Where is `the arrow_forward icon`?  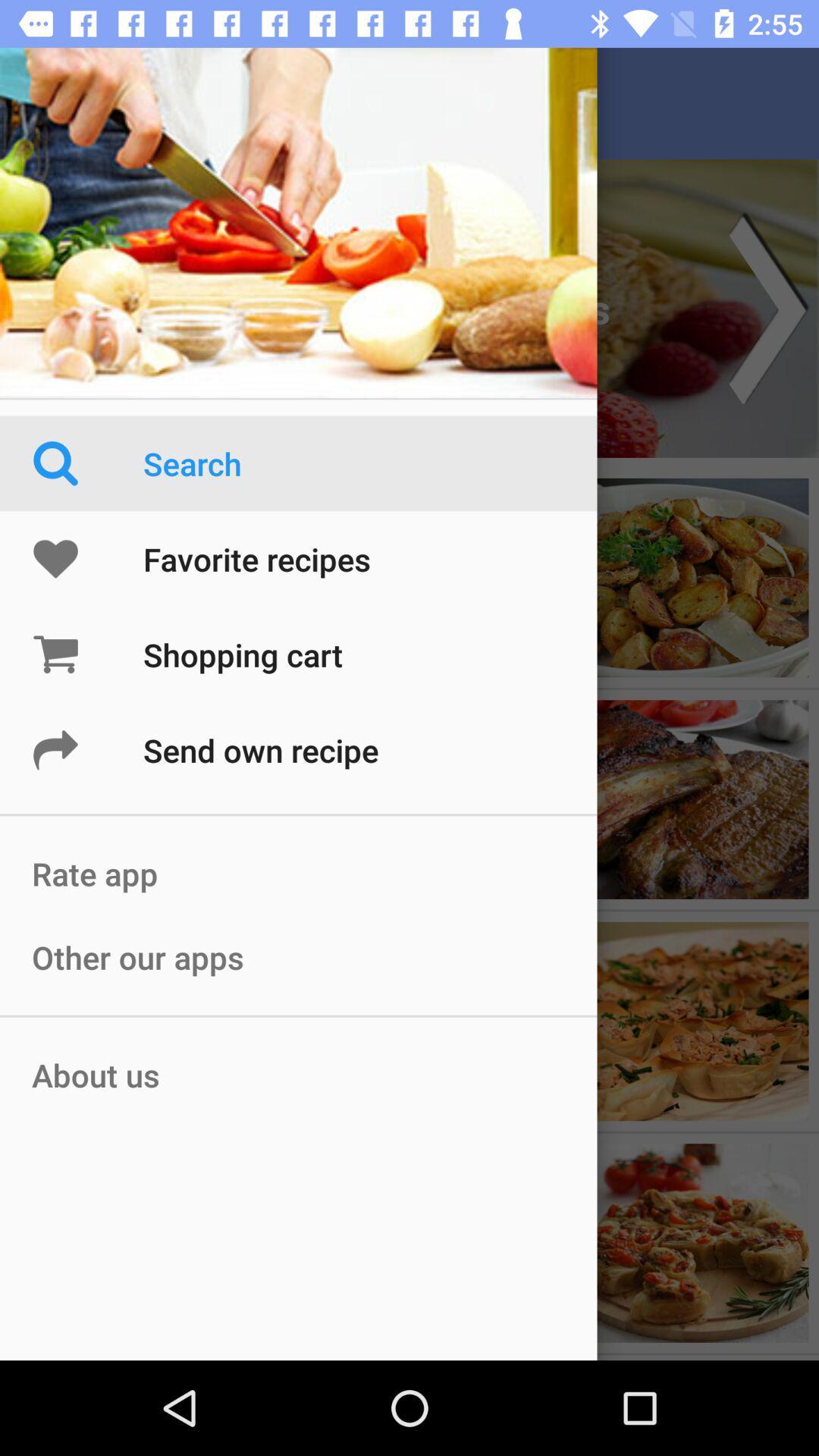 the arrow_forward icon is located at coordinates (769, 307).